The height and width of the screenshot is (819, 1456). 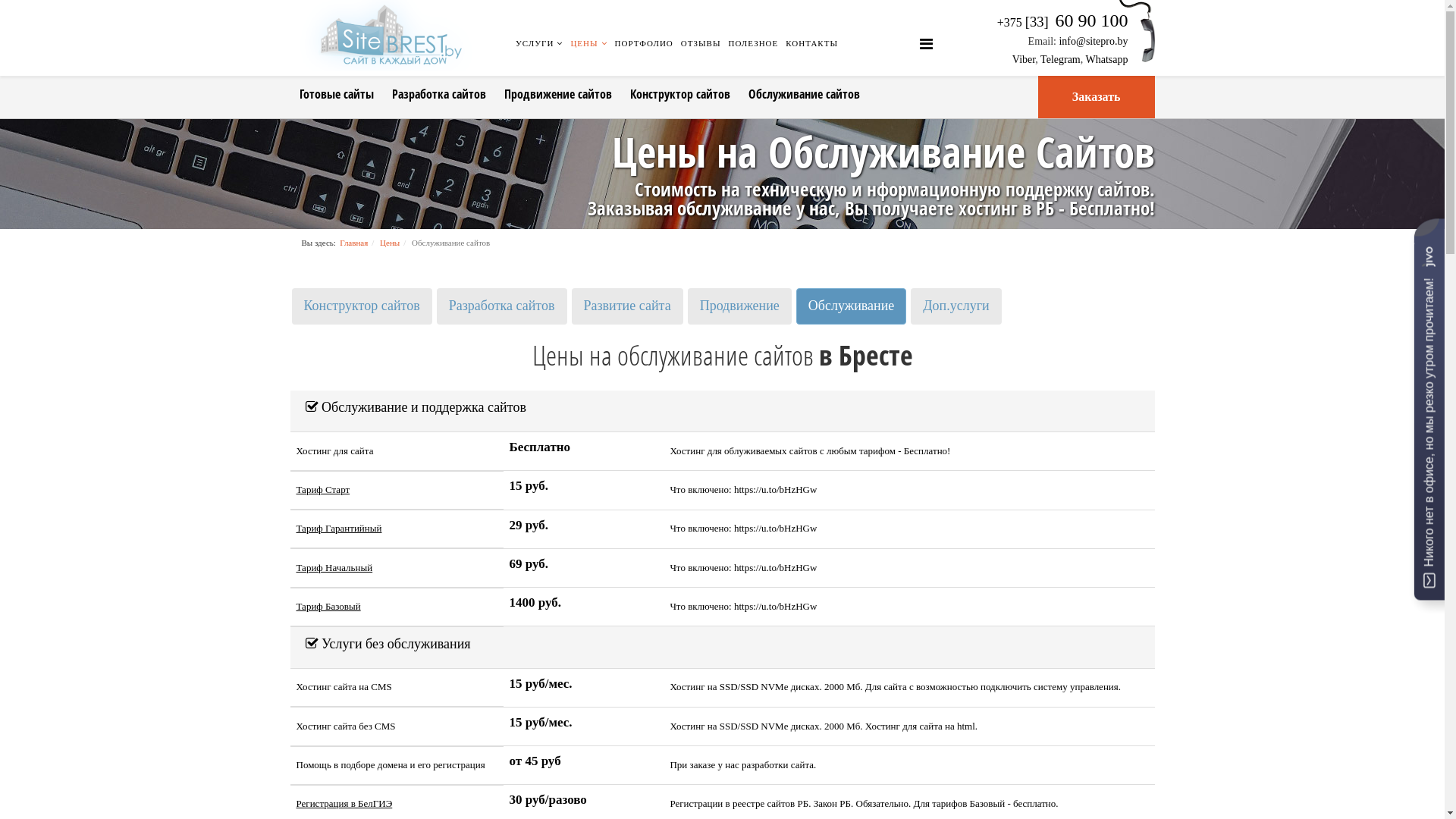 What do you see at coordinates (1059, 58) in the screenshot?
I see `'Telegram'` at bounding box center [1059, 58].